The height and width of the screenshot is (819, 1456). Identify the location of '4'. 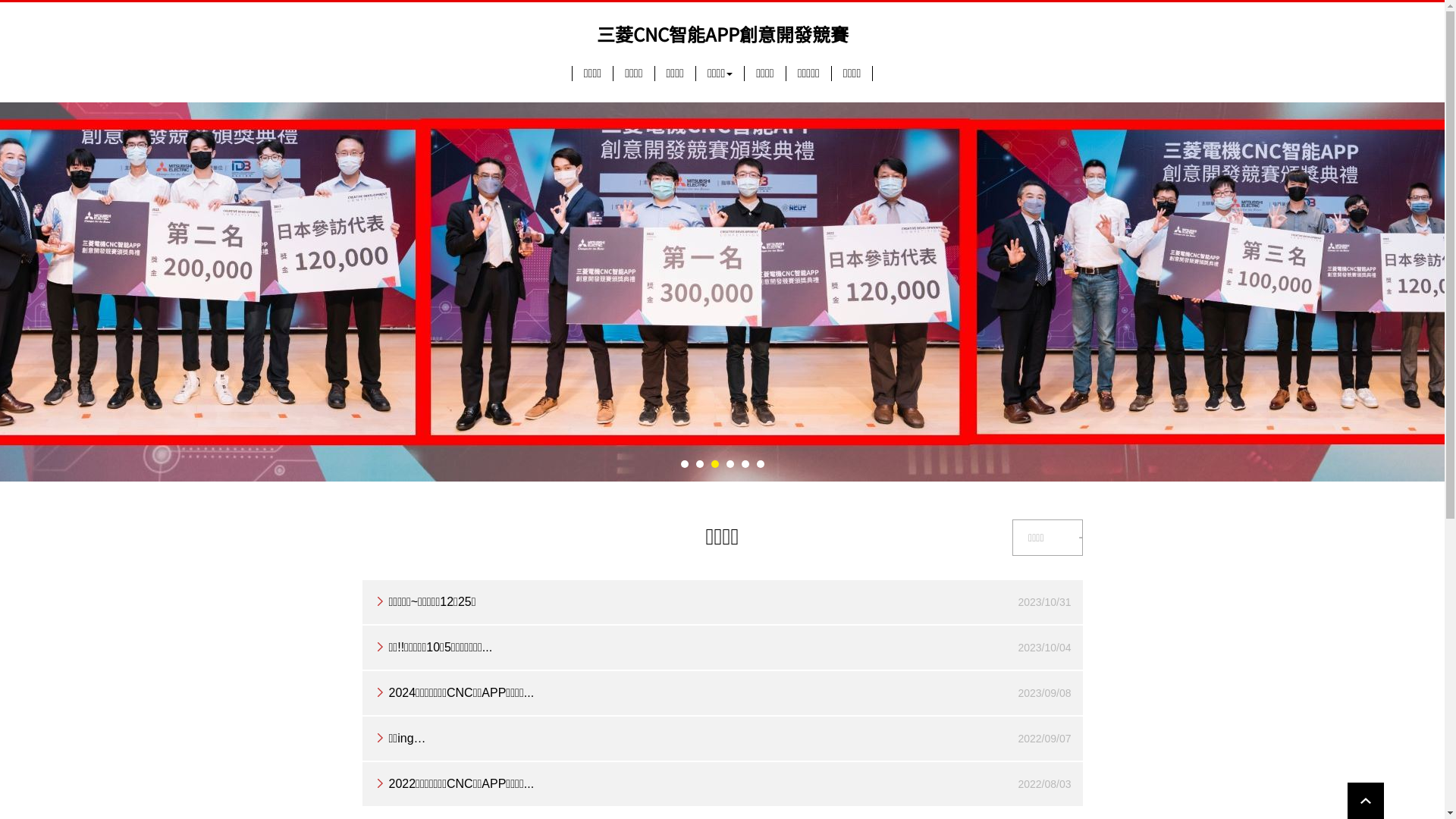
(730, 462).